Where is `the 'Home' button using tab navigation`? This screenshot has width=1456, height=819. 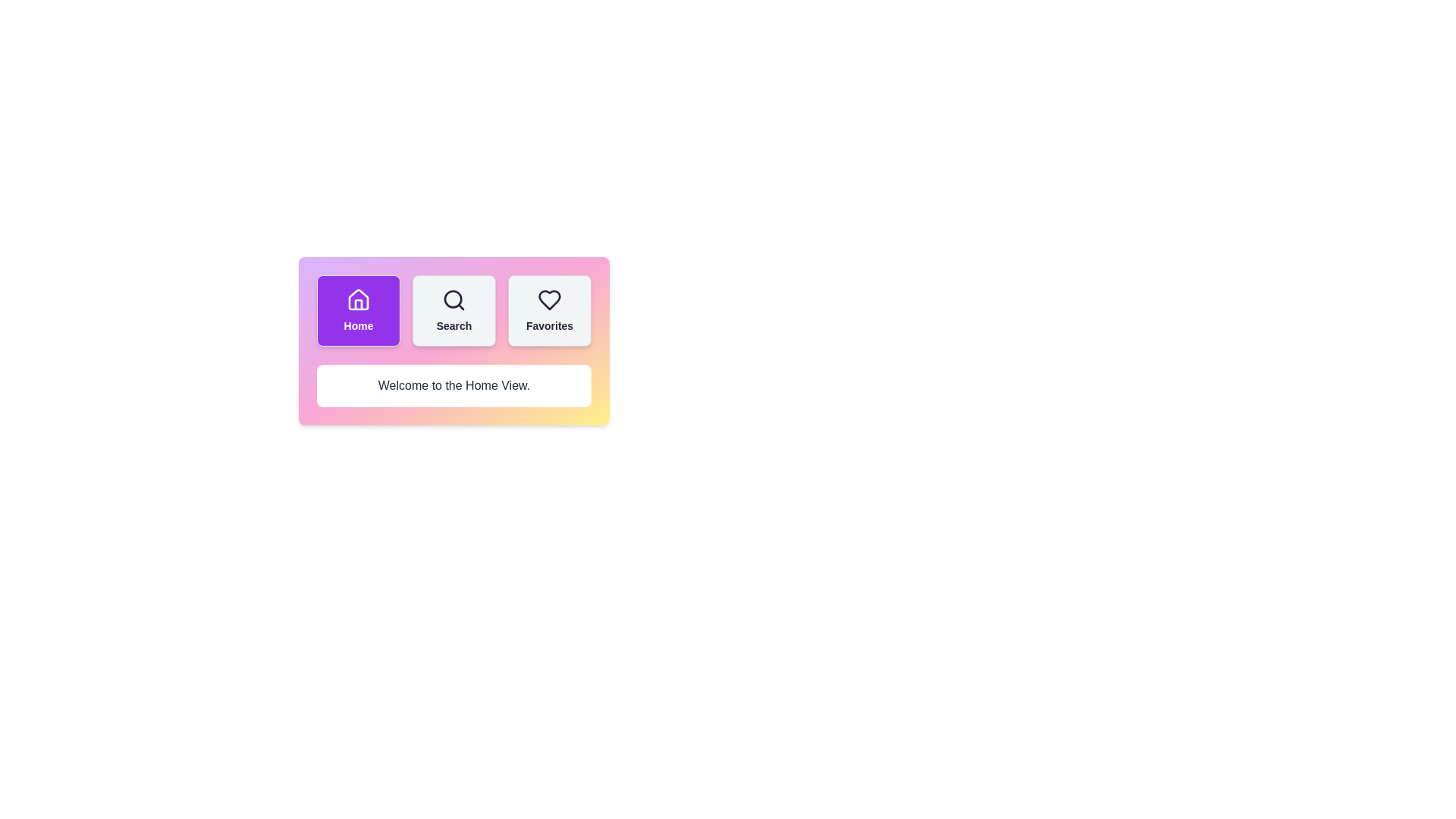
the 'Home' button using tab navigation is located at coordinates (358, 309).